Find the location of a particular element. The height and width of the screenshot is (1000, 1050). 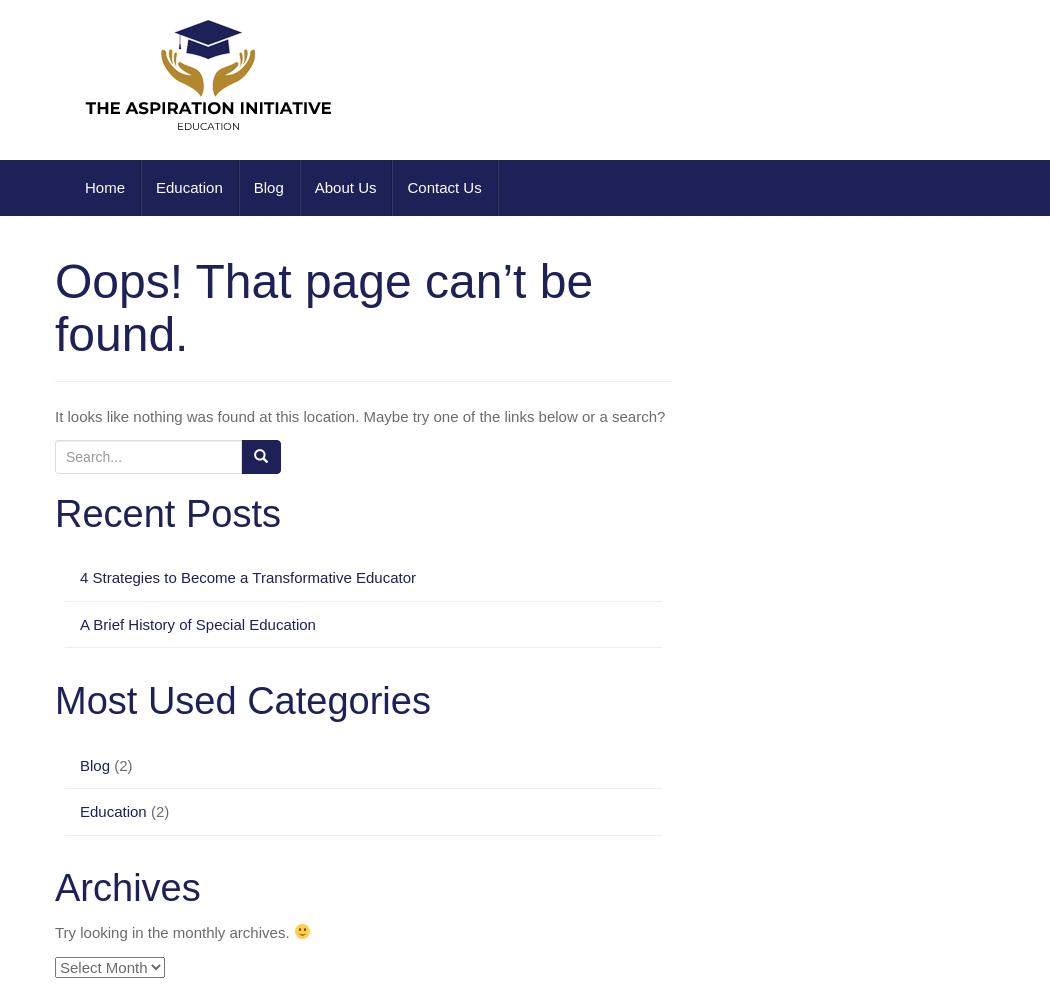

'A Brief History of Special Education' is located at coordinates (196, 622).